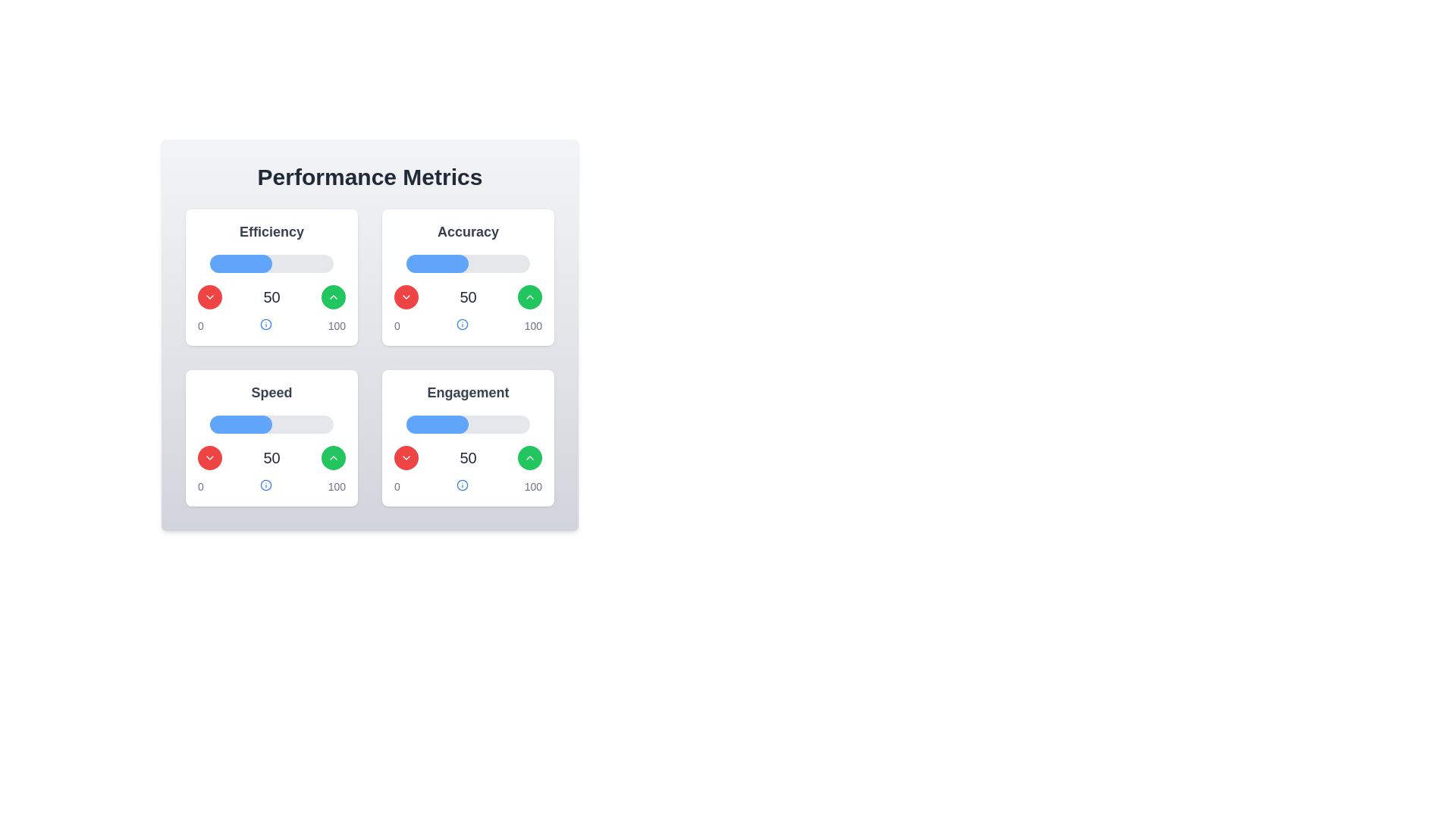 This screenshot has height=819, width=1456. I want to click on the icon in the bottom-right corner of the 'Engagement' metric card, which is part of a green button, so click(530, 457).